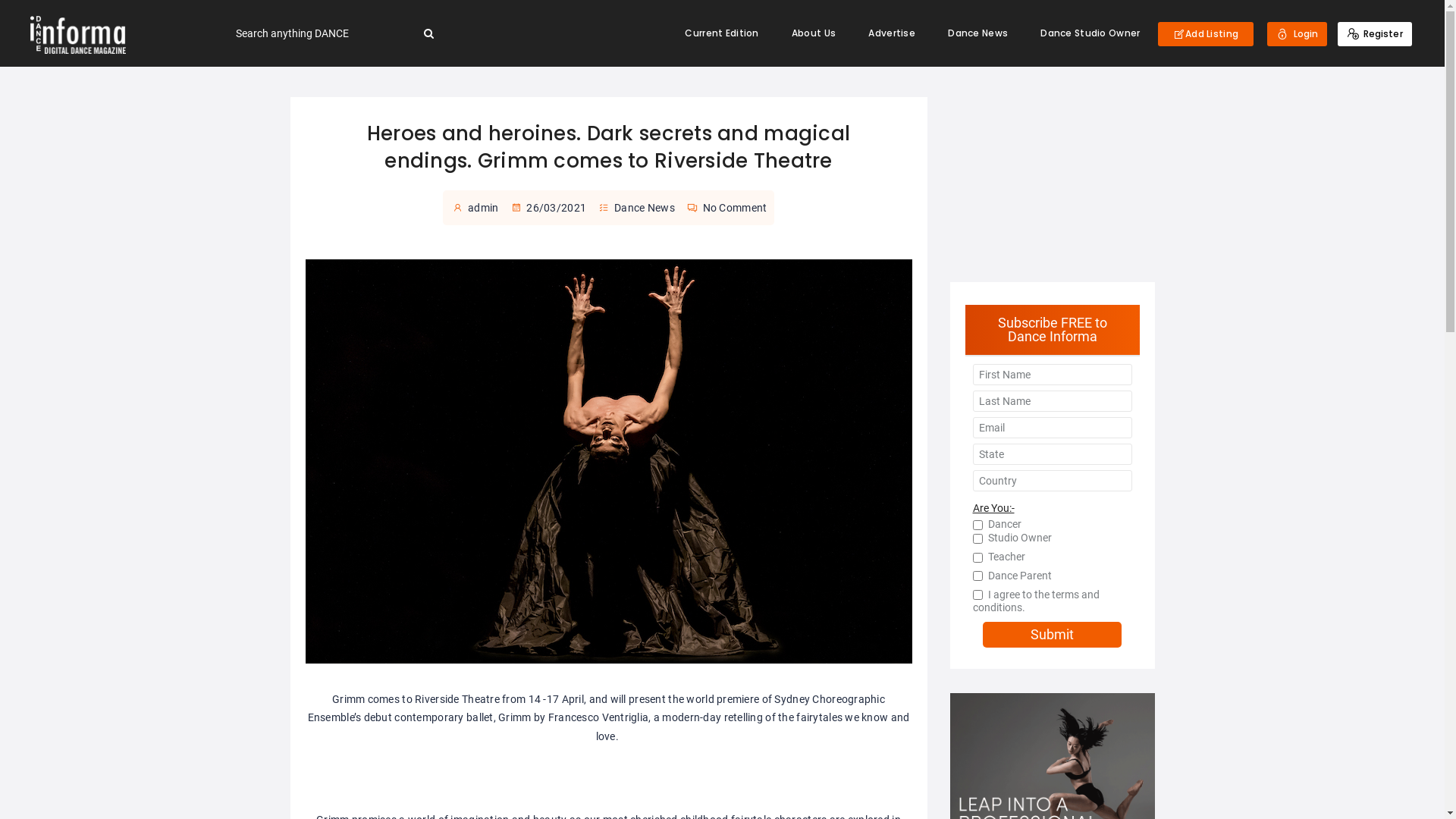 The height and width of the screenshot is (819, 1456). Describe the element at coordinates (977, 33) in the screenshot. I see `'Dance News'` at that location.